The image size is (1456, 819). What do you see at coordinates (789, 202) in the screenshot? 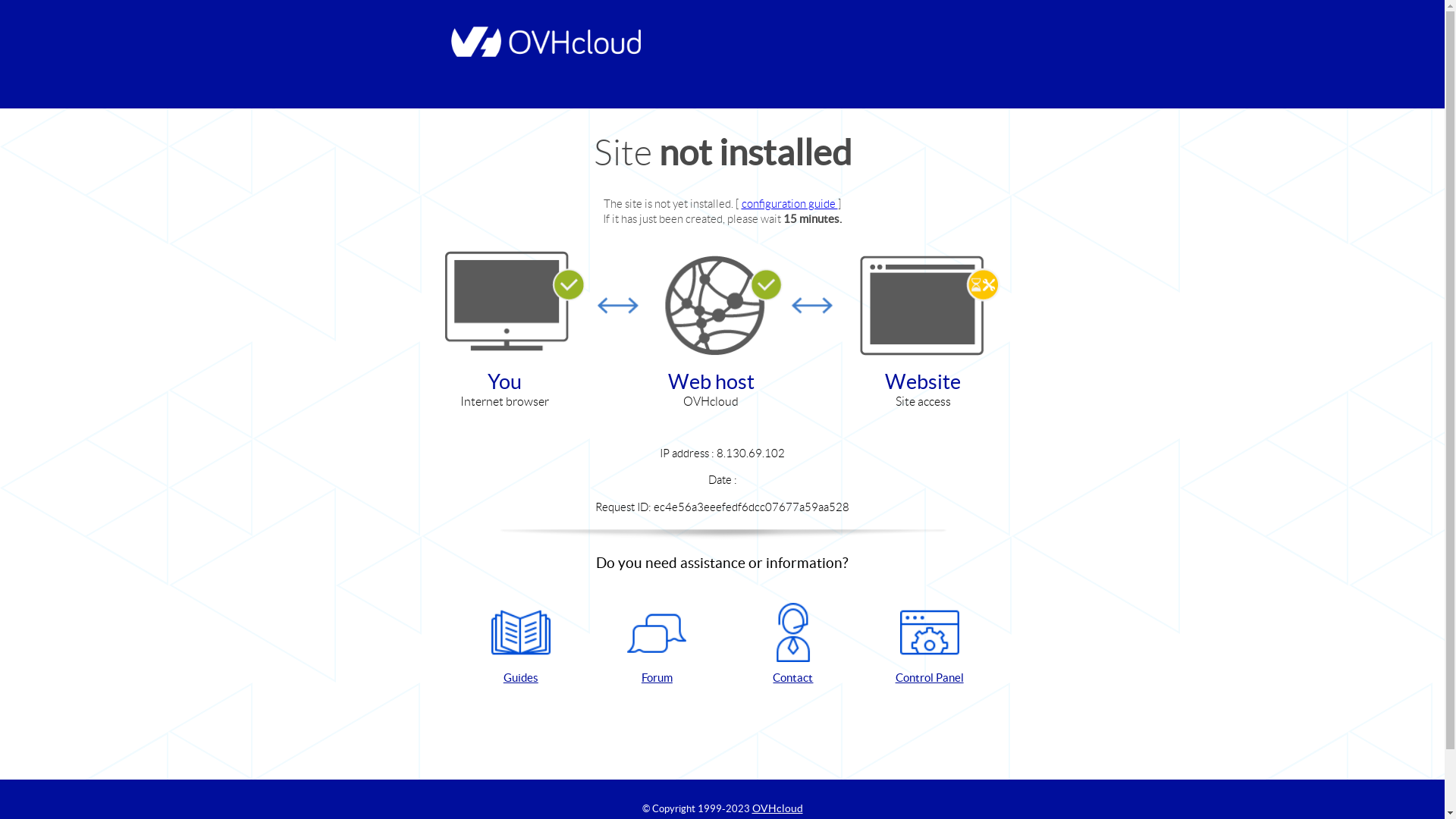
I see `'configuration guide'` at bounding box center [789, 202].